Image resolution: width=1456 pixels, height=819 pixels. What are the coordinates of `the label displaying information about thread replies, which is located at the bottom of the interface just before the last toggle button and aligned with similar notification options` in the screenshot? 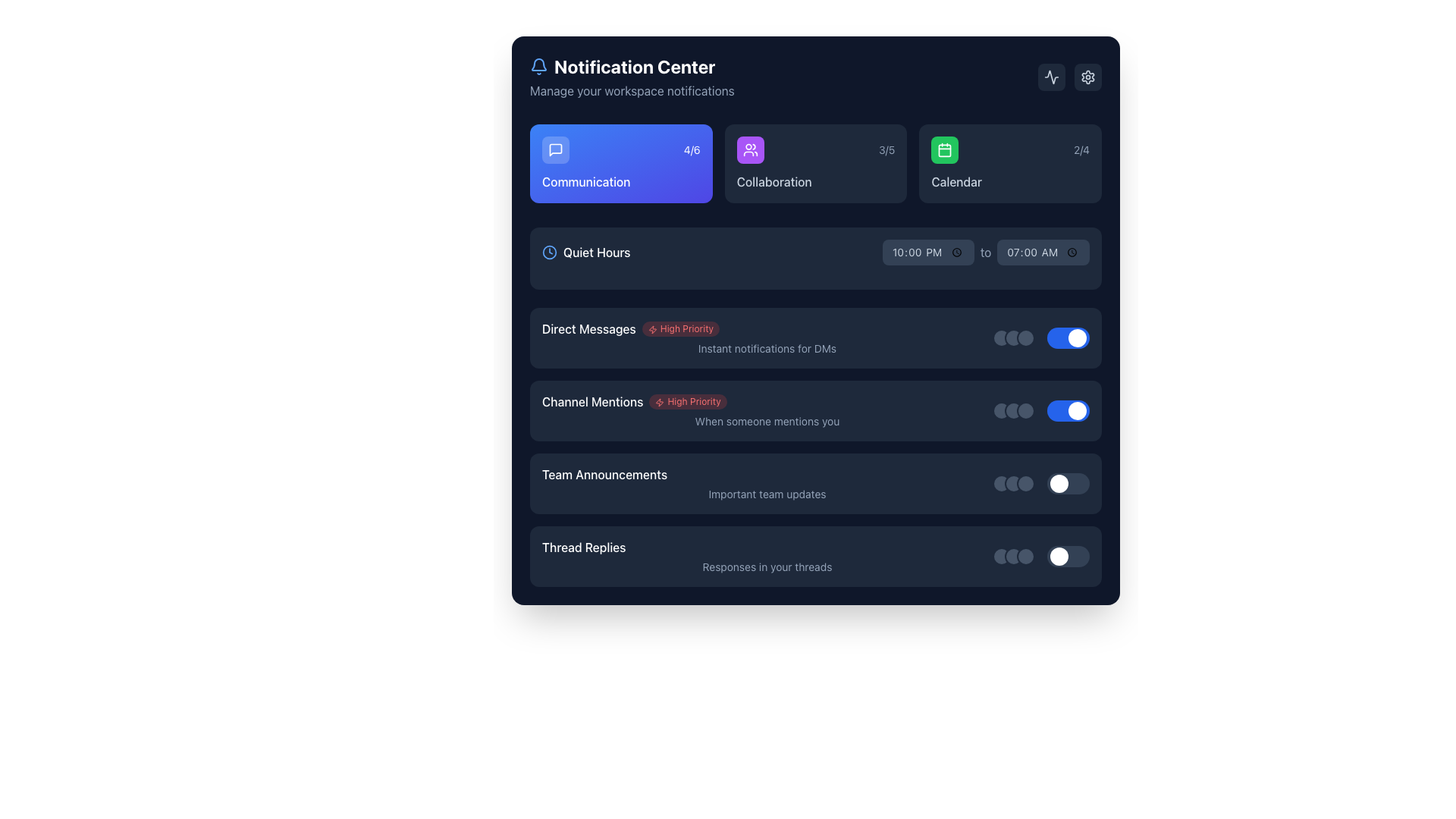 It's located at (767, 556).